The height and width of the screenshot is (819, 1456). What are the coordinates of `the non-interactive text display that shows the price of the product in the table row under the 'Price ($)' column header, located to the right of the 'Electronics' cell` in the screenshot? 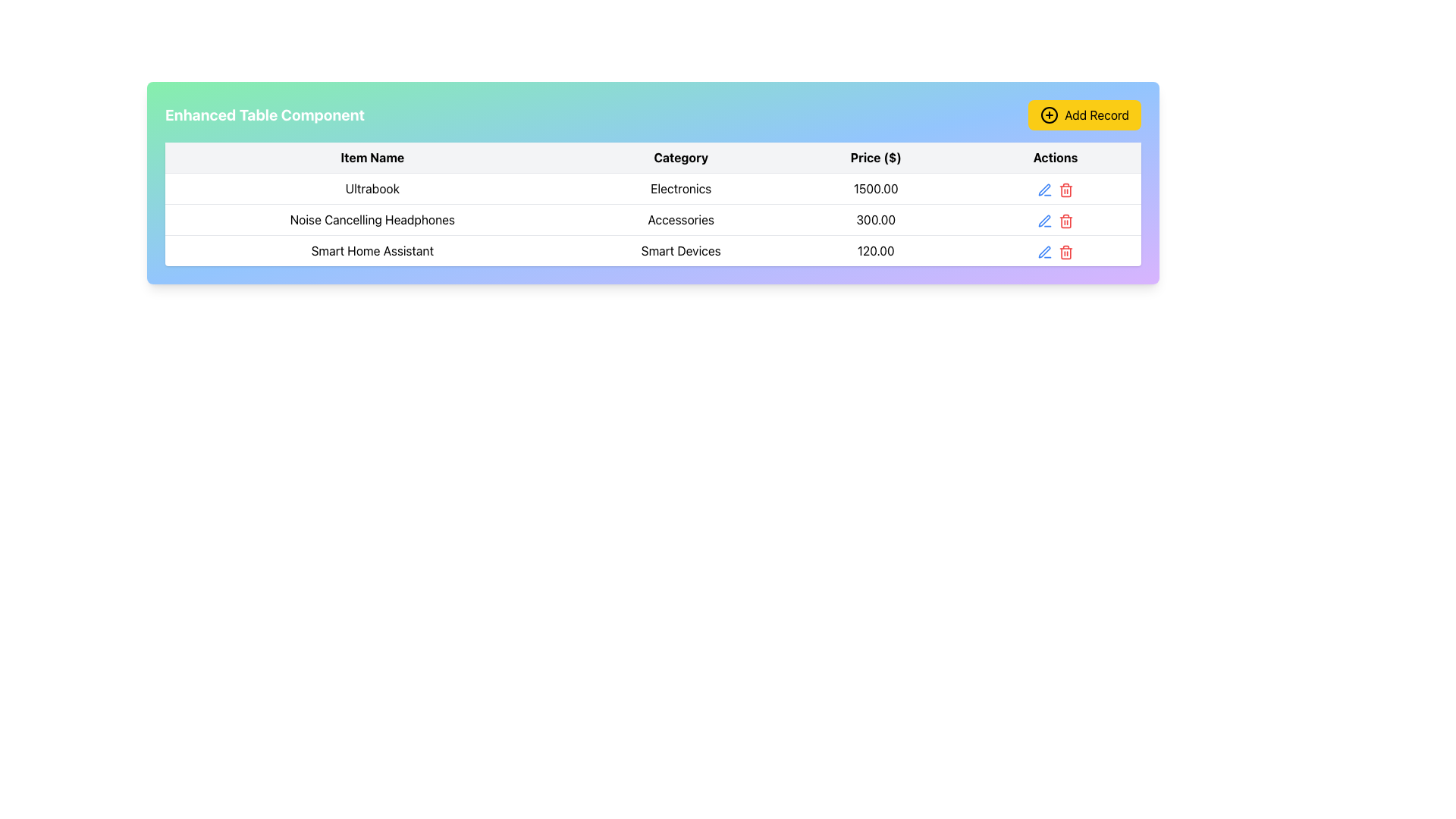 It's located at (876, 188).